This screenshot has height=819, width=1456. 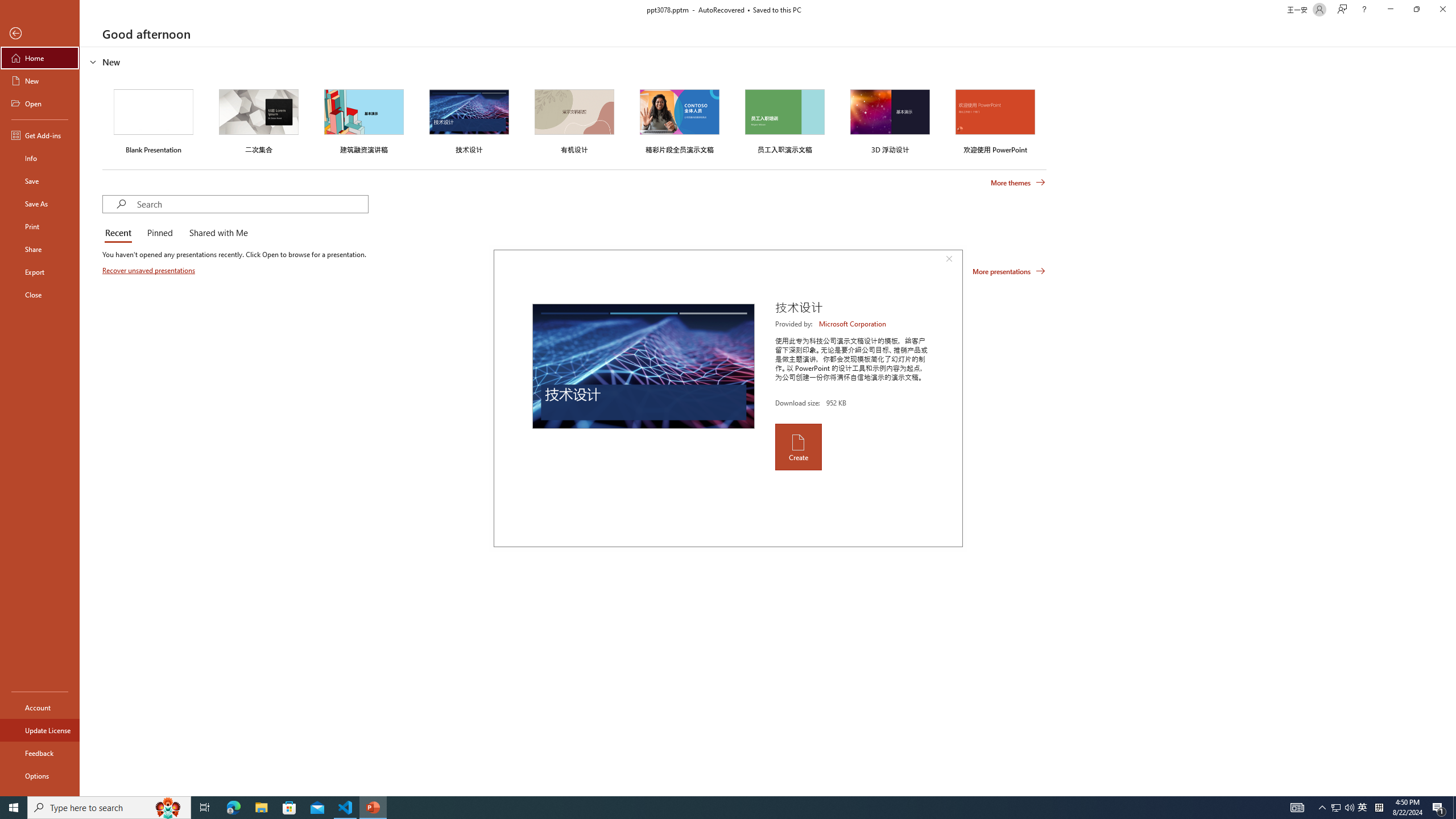 I want to click on 'Export', so click(x=39, y=272).